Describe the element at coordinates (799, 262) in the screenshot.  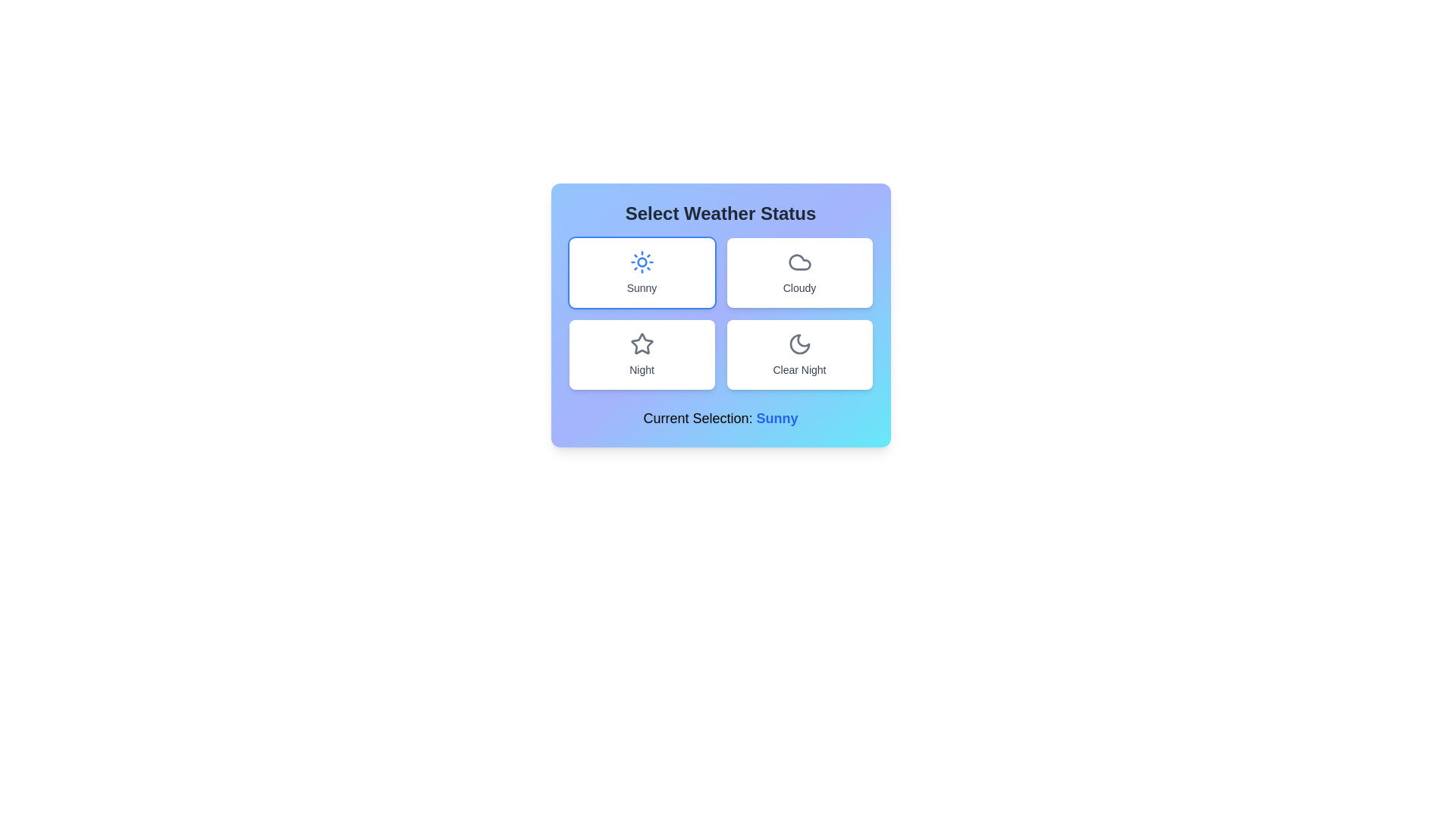
I see `the cloudy weather icon located in the top-right corner of the weather selection grid` at that location.